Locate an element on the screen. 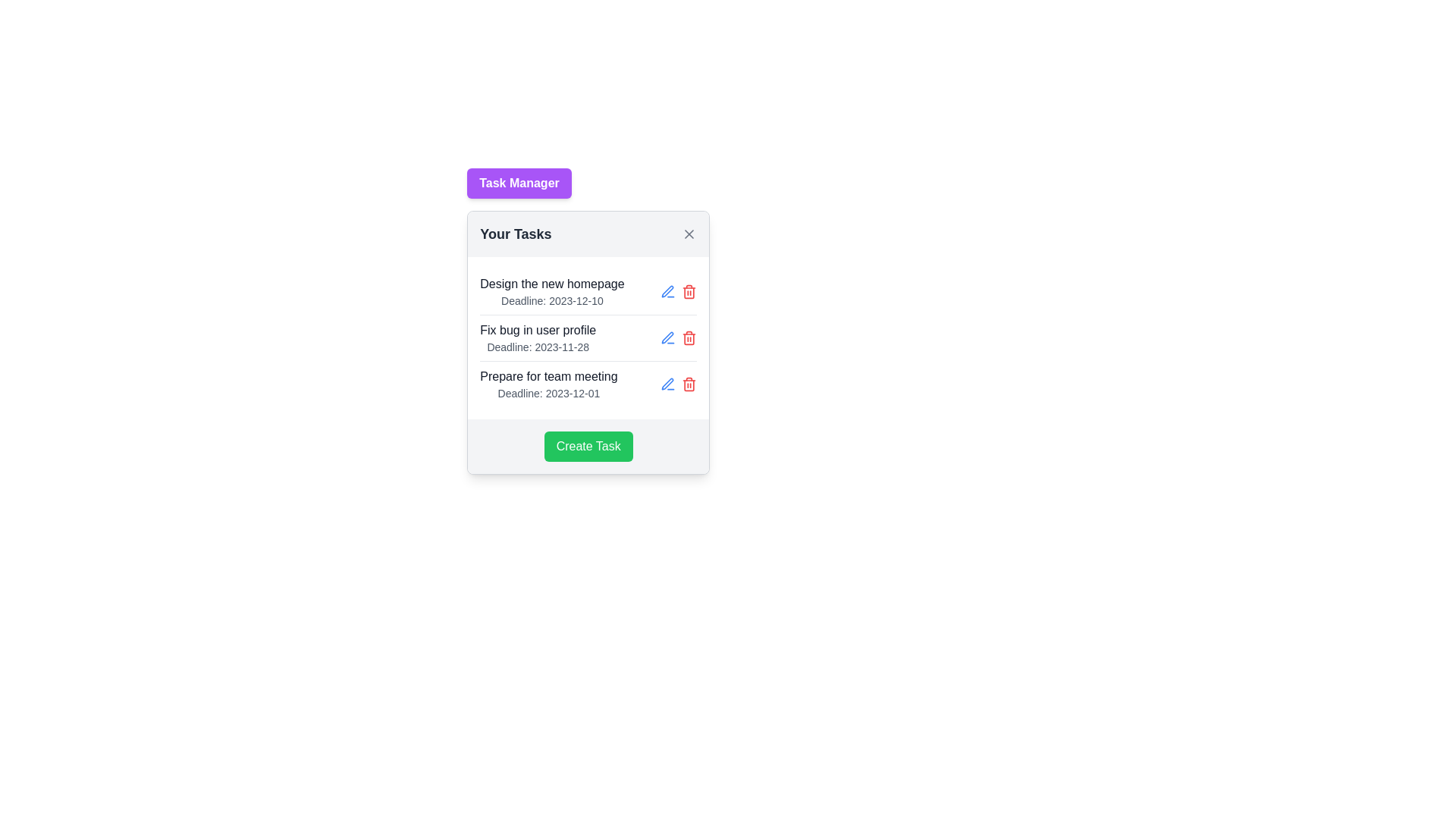 The image size is (1456, 819). the second task entry in the task management application to view more details is located at coordinates (588, 337).